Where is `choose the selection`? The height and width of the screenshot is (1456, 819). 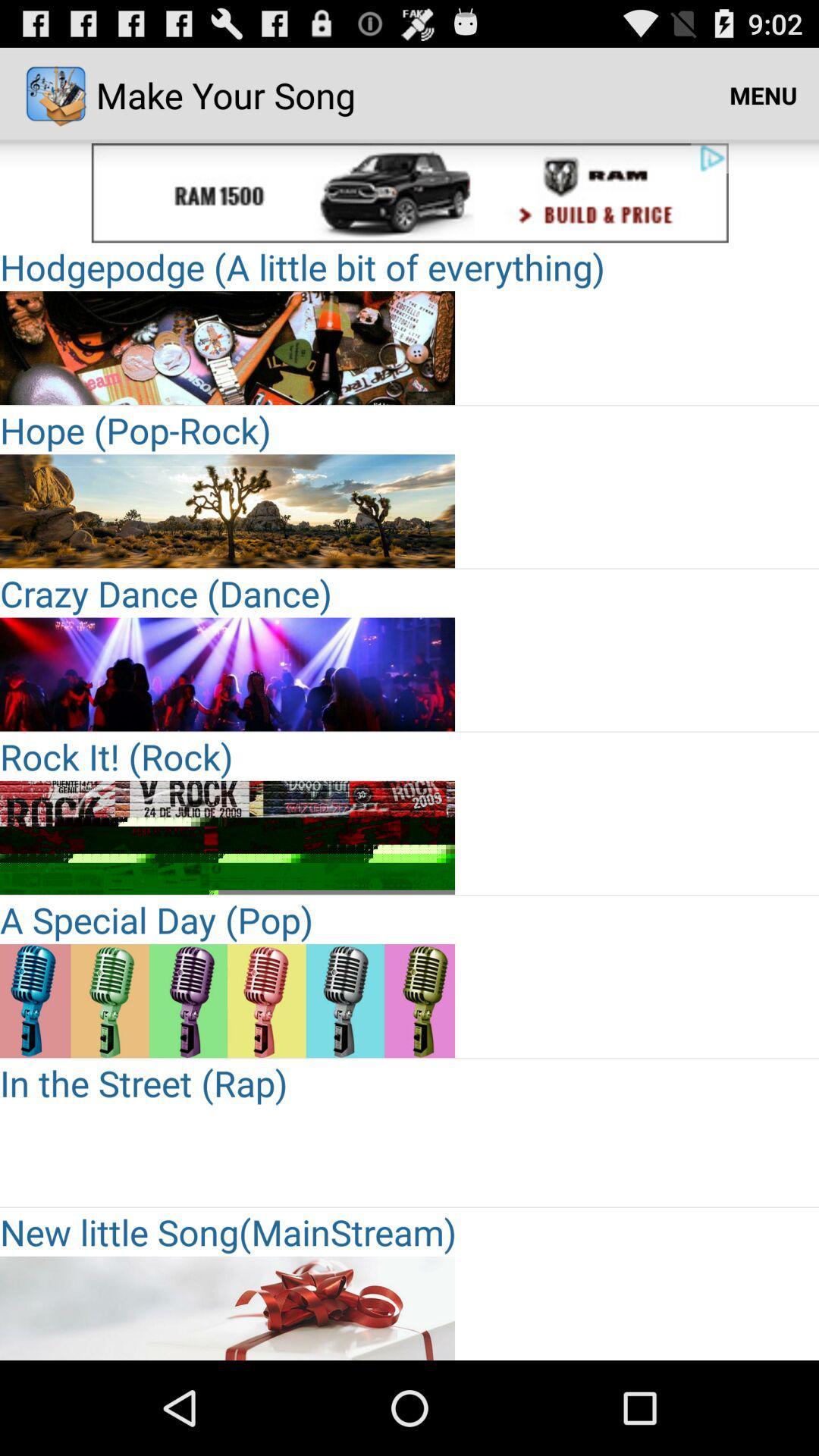 choose the selection is located at coordinates (227, 1001).